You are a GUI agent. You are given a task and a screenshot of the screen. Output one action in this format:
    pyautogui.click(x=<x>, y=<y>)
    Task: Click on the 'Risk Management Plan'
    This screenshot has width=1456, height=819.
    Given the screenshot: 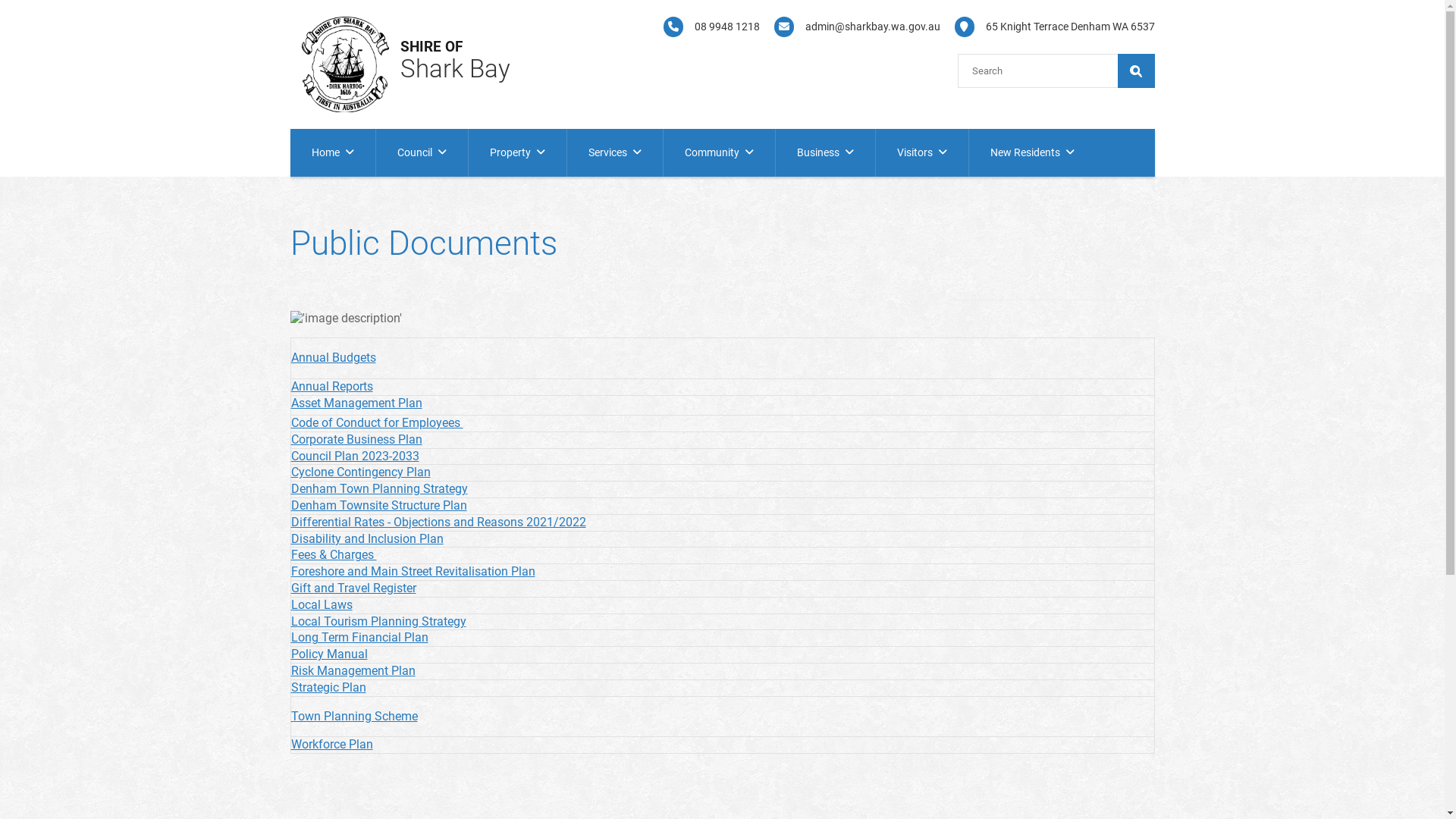 What is the action you would take?
    pyautogui.click(x=352, y=670)
    